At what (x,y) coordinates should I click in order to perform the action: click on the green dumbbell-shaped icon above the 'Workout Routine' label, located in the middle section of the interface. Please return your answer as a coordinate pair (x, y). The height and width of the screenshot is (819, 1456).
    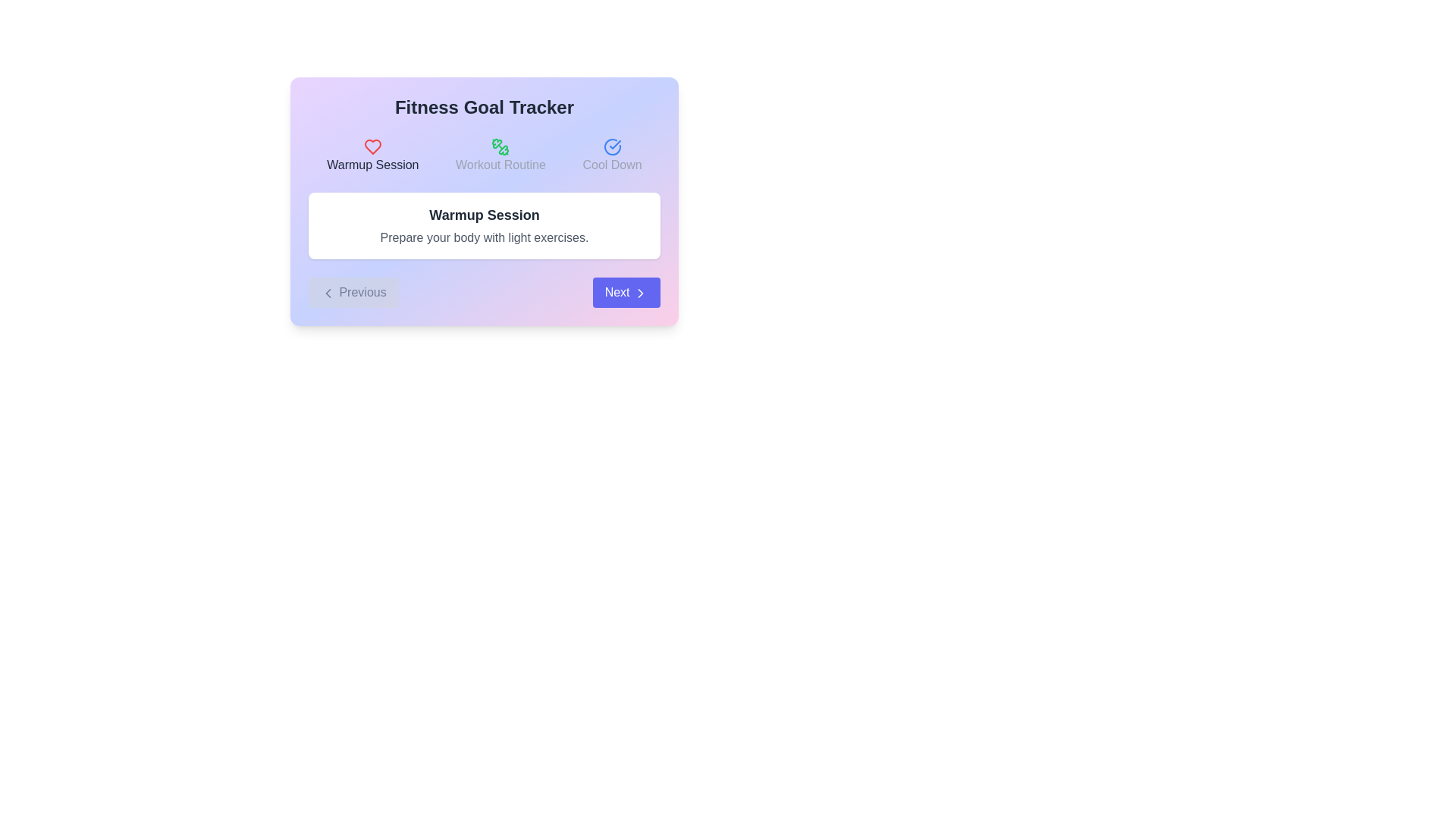
    Looking at the image, I should click on (500, 146).